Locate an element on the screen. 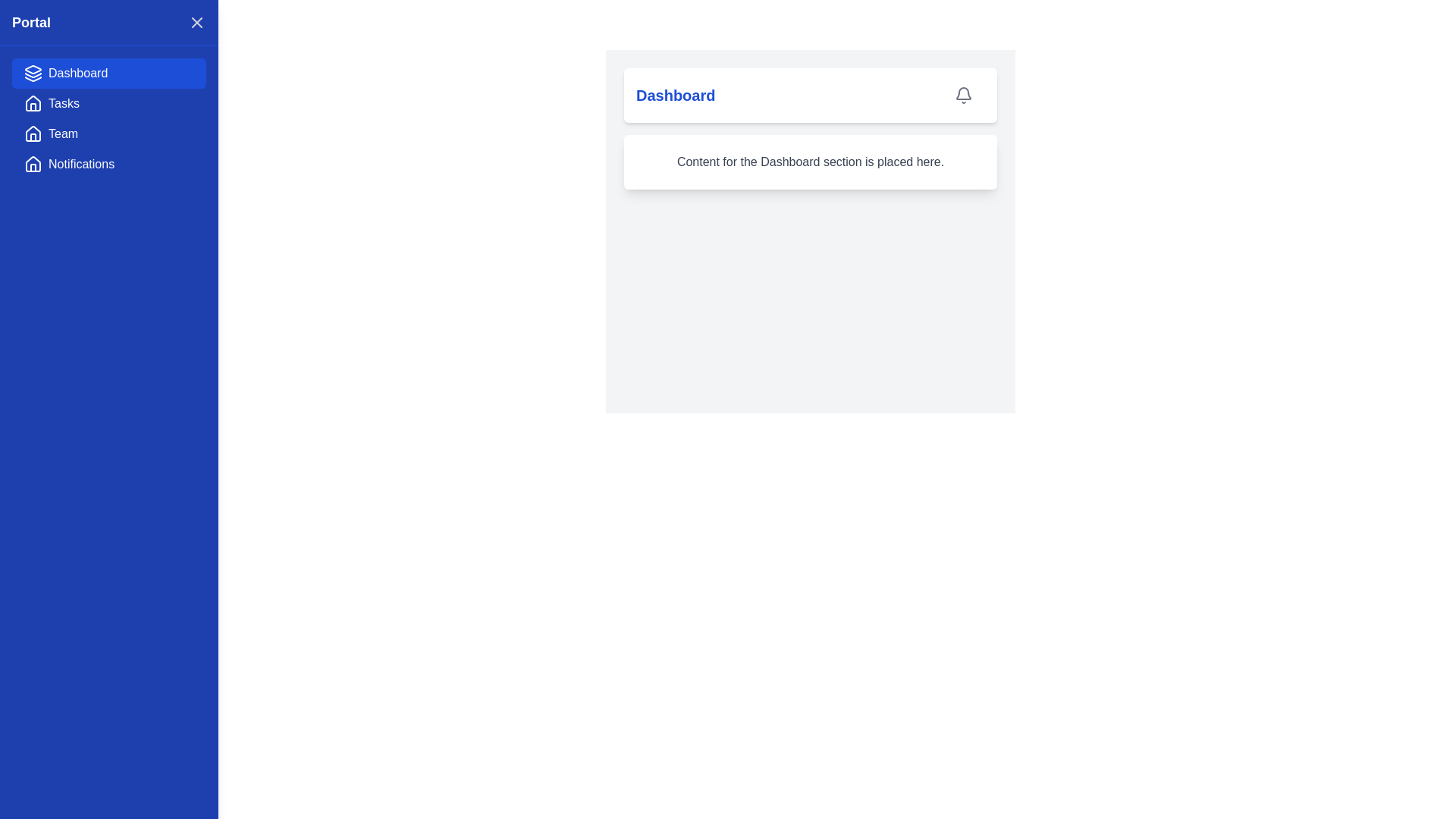 Image resolution: width=1456 pixels, height=819 pixels. the 'Dashboard' icon located in the sidebar menu, which serves as a visual representation for quick recognition of the Dashboard menu item is located at coordinates (33, 73).